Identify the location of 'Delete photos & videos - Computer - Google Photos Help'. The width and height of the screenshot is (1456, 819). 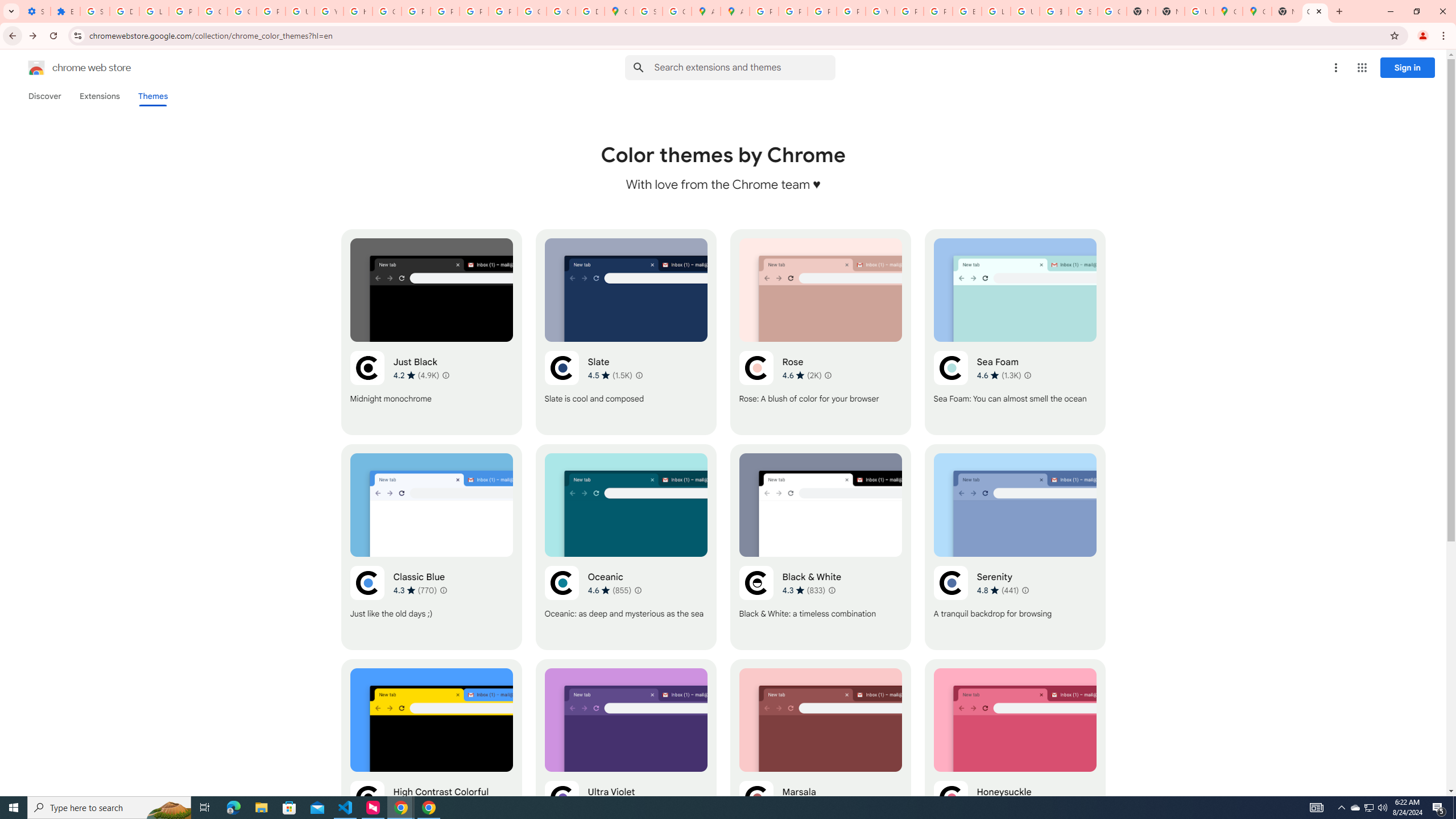
(123, 11).